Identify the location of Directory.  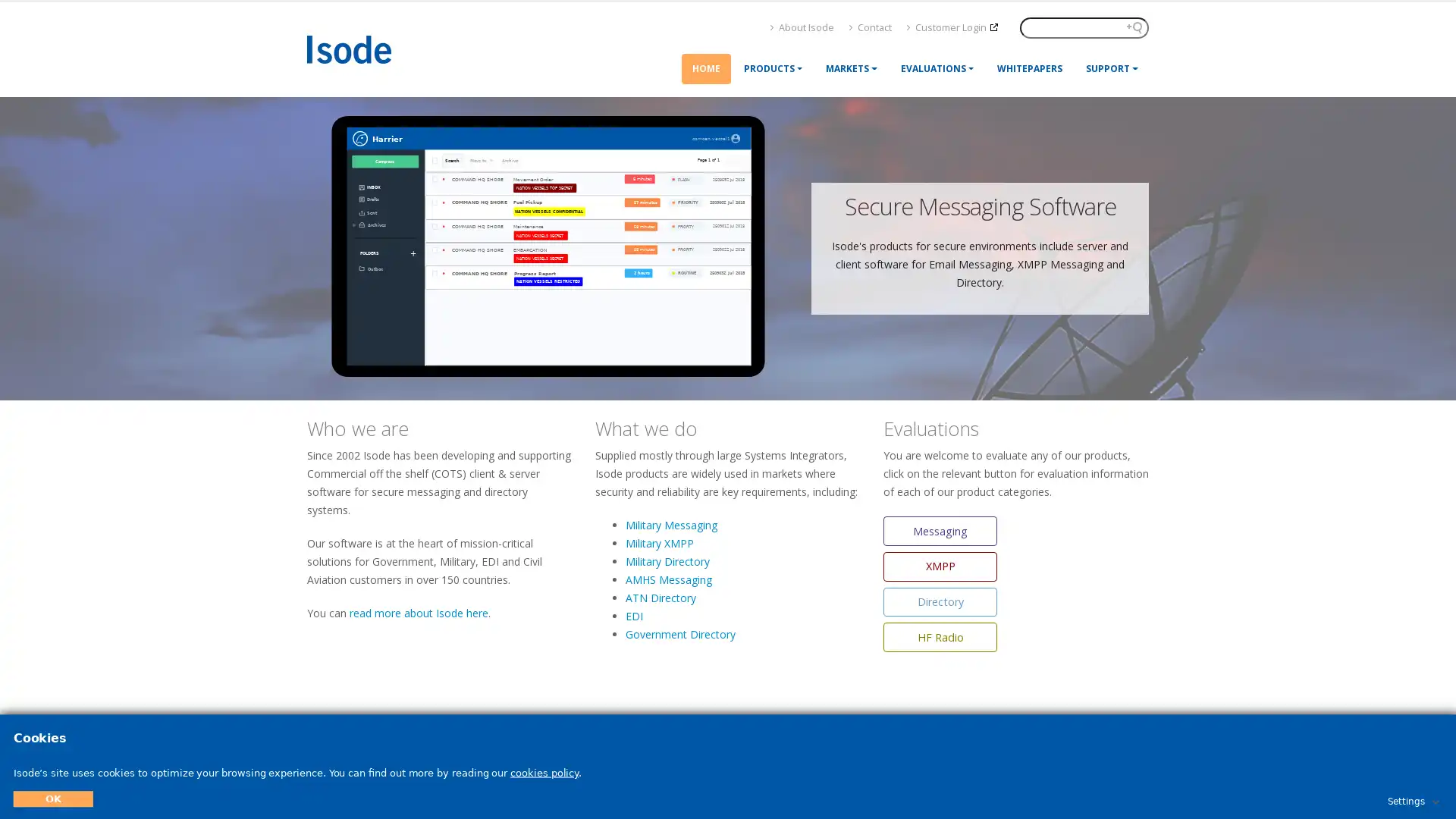
(939, 601).